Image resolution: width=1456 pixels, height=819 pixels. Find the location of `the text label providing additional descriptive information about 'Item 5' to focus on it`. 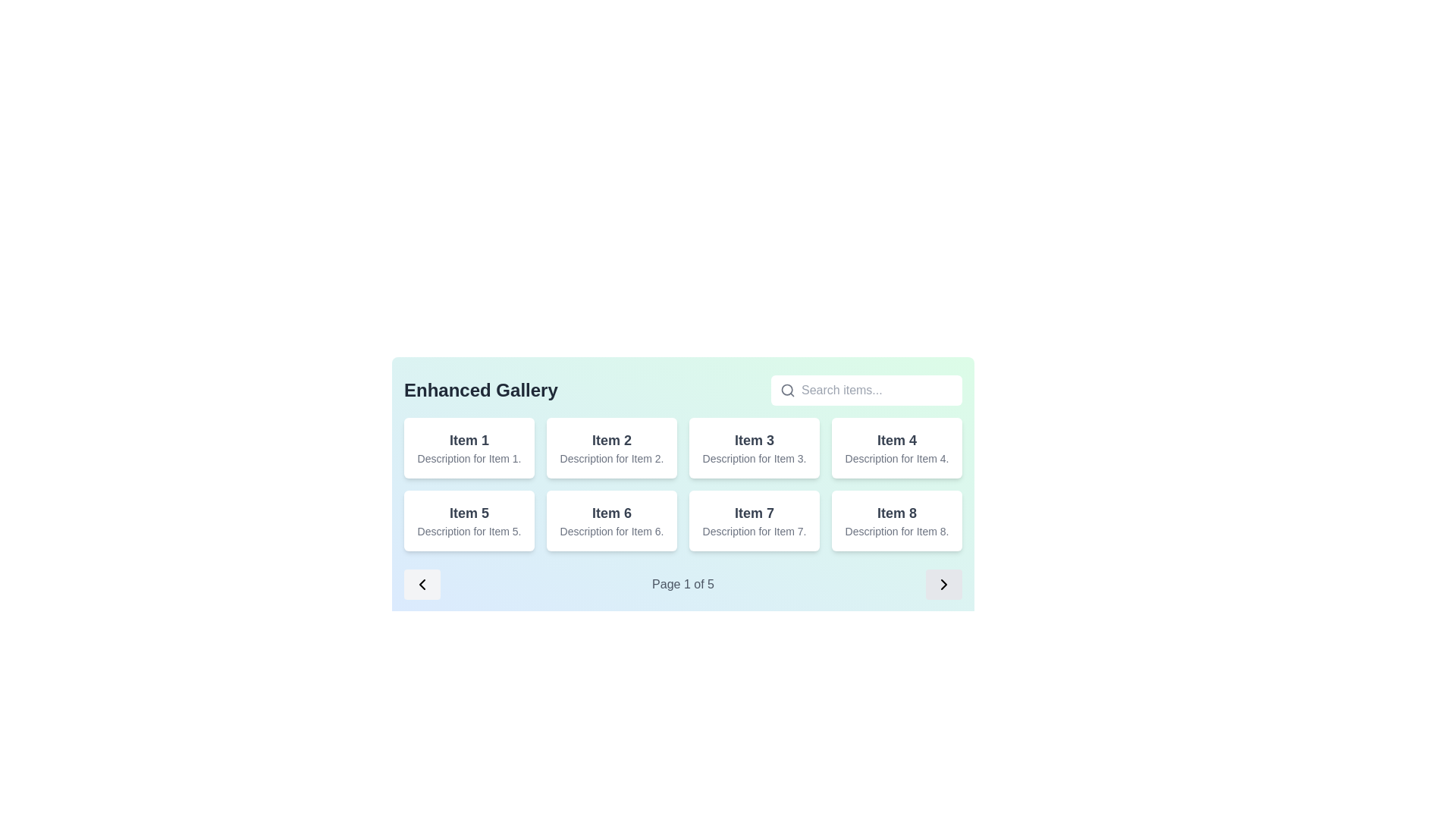

the text label providing additional descriptive information about 'Item 5' to focus on it is located at coordinates (469, 531).